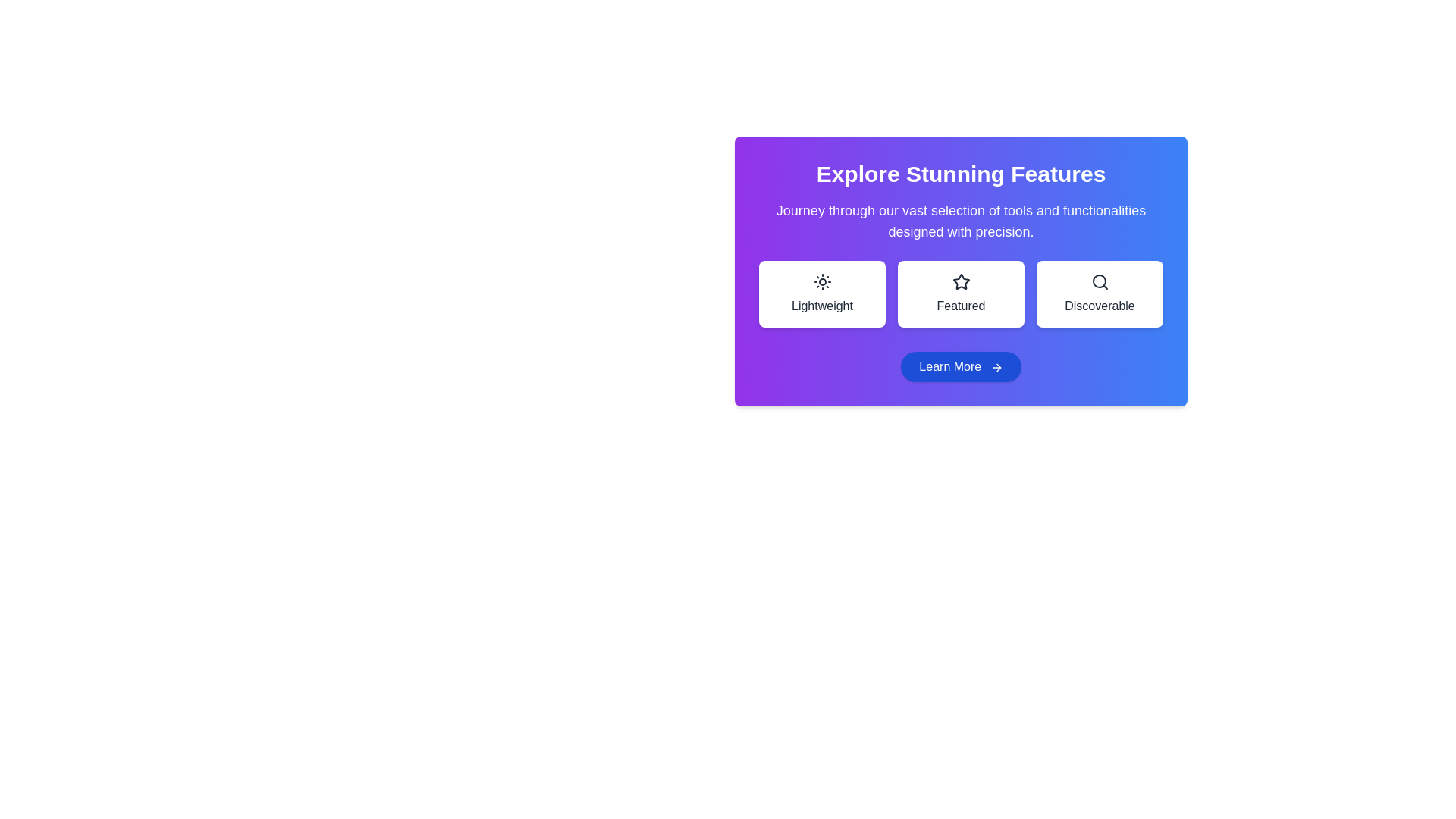 The width and height of the screenshot is (1456, 819). Describe the element at coordinates (960, 281) in the screenshot. I see `the 'Featured' icon element located above the text label 'Featured' in the middle position among three horizontally arranged cards` at that location.